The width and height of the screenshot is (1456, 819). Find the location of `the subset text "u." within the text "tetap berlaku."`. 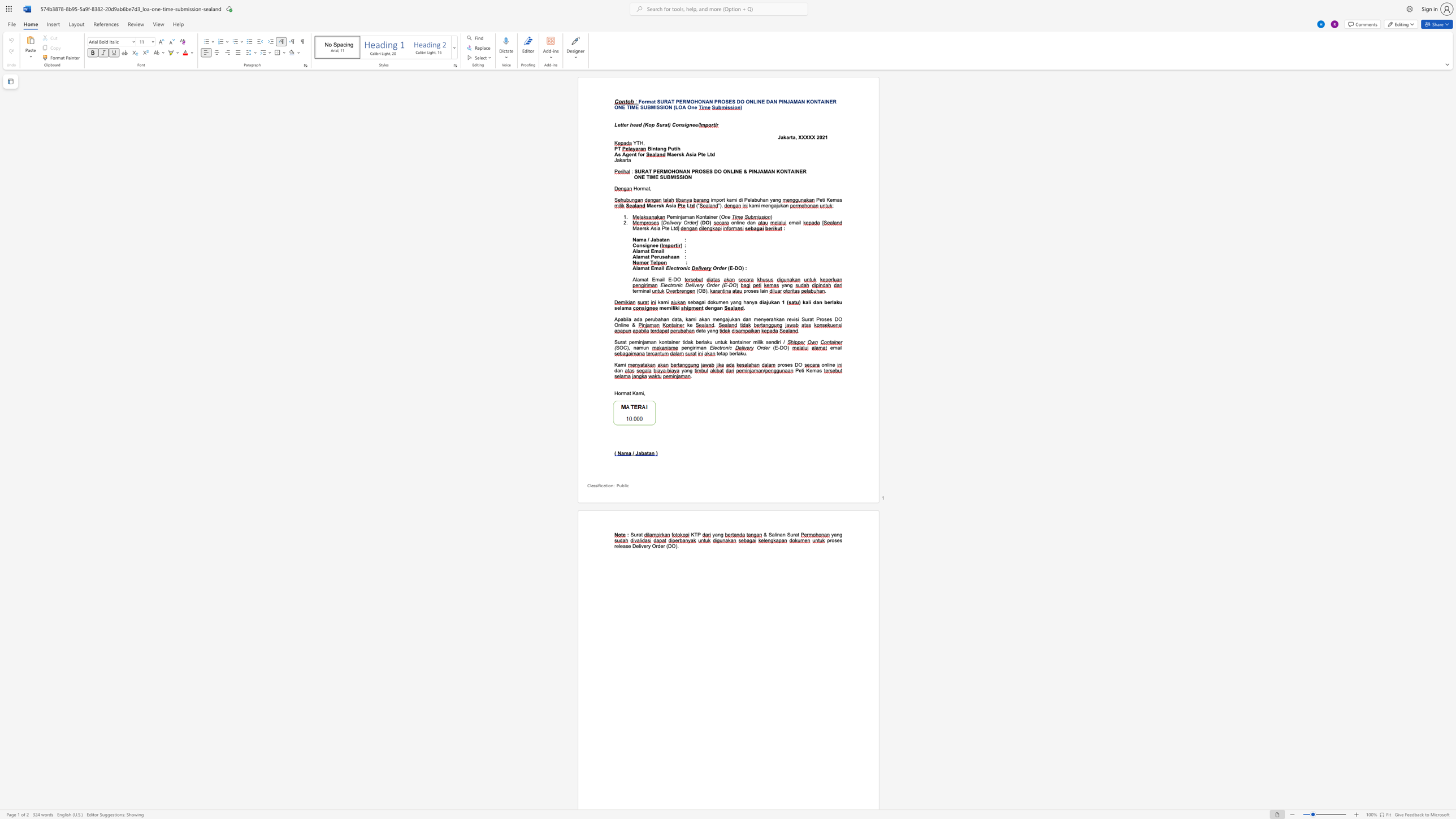

the subset text "u." within the text "tetap berlaku." is located at coordinates (742, 353).